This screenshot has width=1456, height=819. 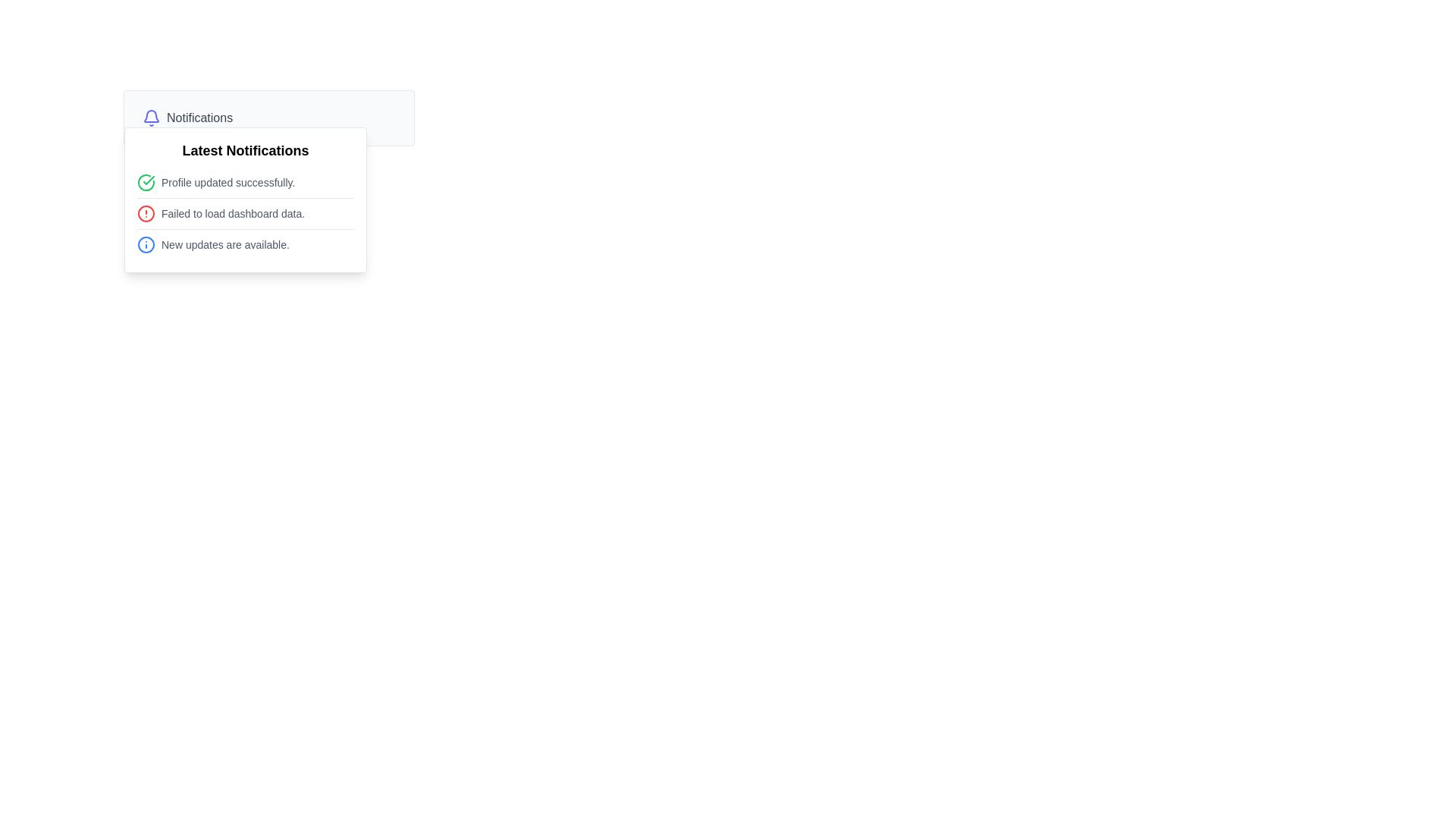 What do you see at coordinates (246, 213) in the screenshot?
I see `notification message that indicates a failure to load dashboard data, which is visually emphasized by a red alert icon and gray text, located in the notifications panel` at bounding box center [246, 213].